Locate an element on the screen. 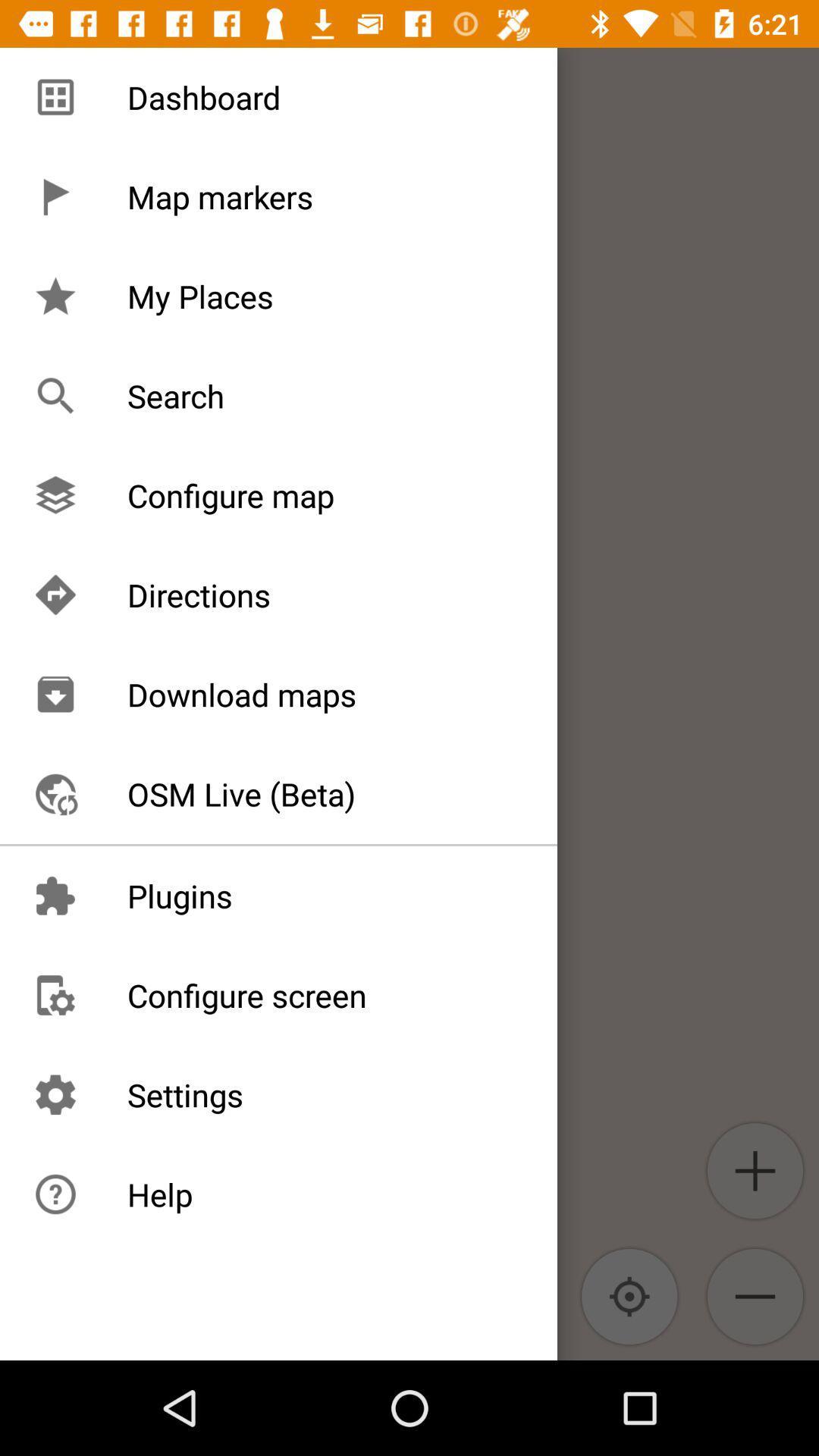 This screenshot has height=1456, width=819. the add icon is located at coordinates (755, 1170).